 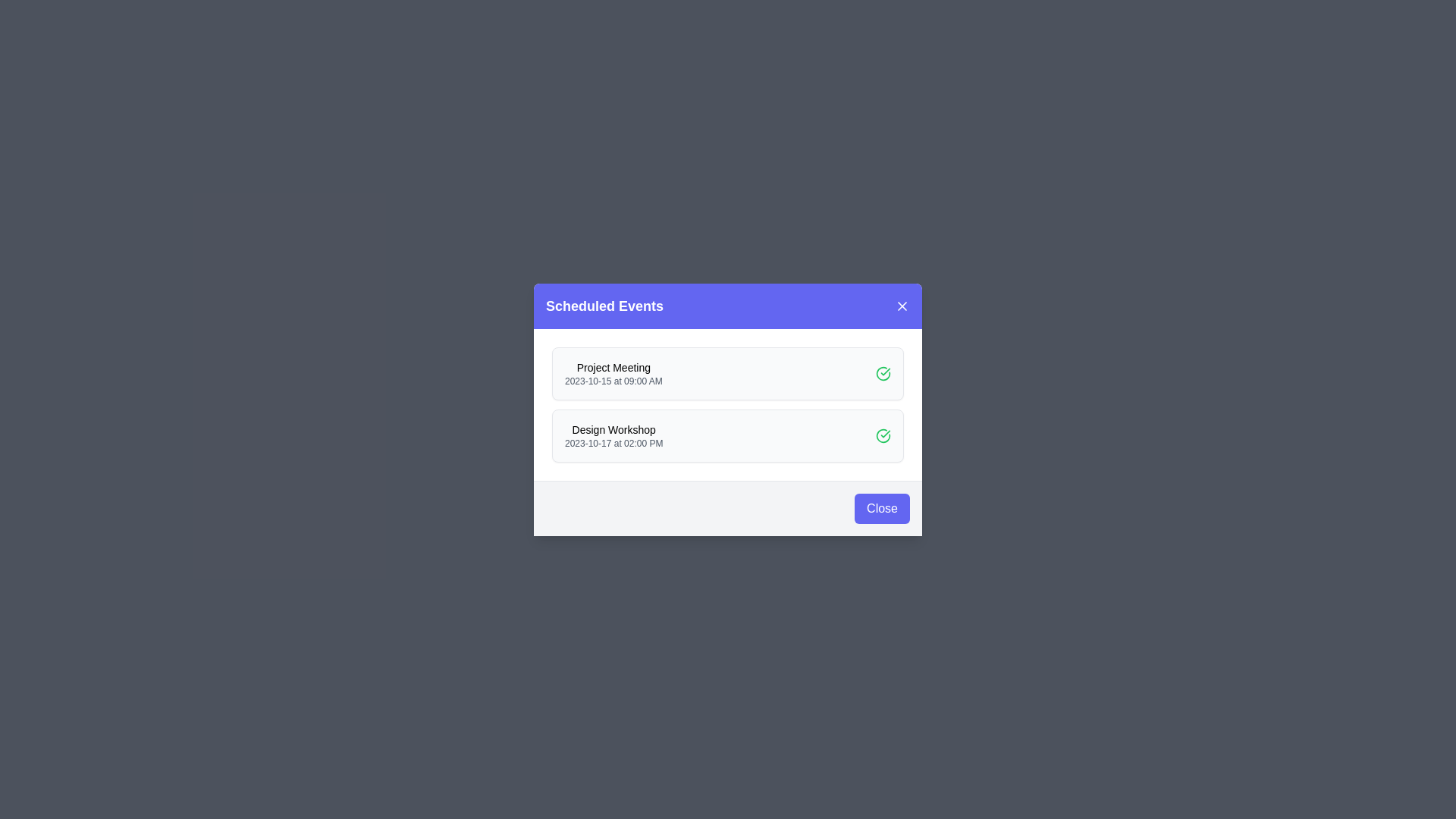 I want to click on text from the Text Display Component that provides an overview of the scheduled meeting, located in the first card component of scheduled events, so click(x=613, y=373).